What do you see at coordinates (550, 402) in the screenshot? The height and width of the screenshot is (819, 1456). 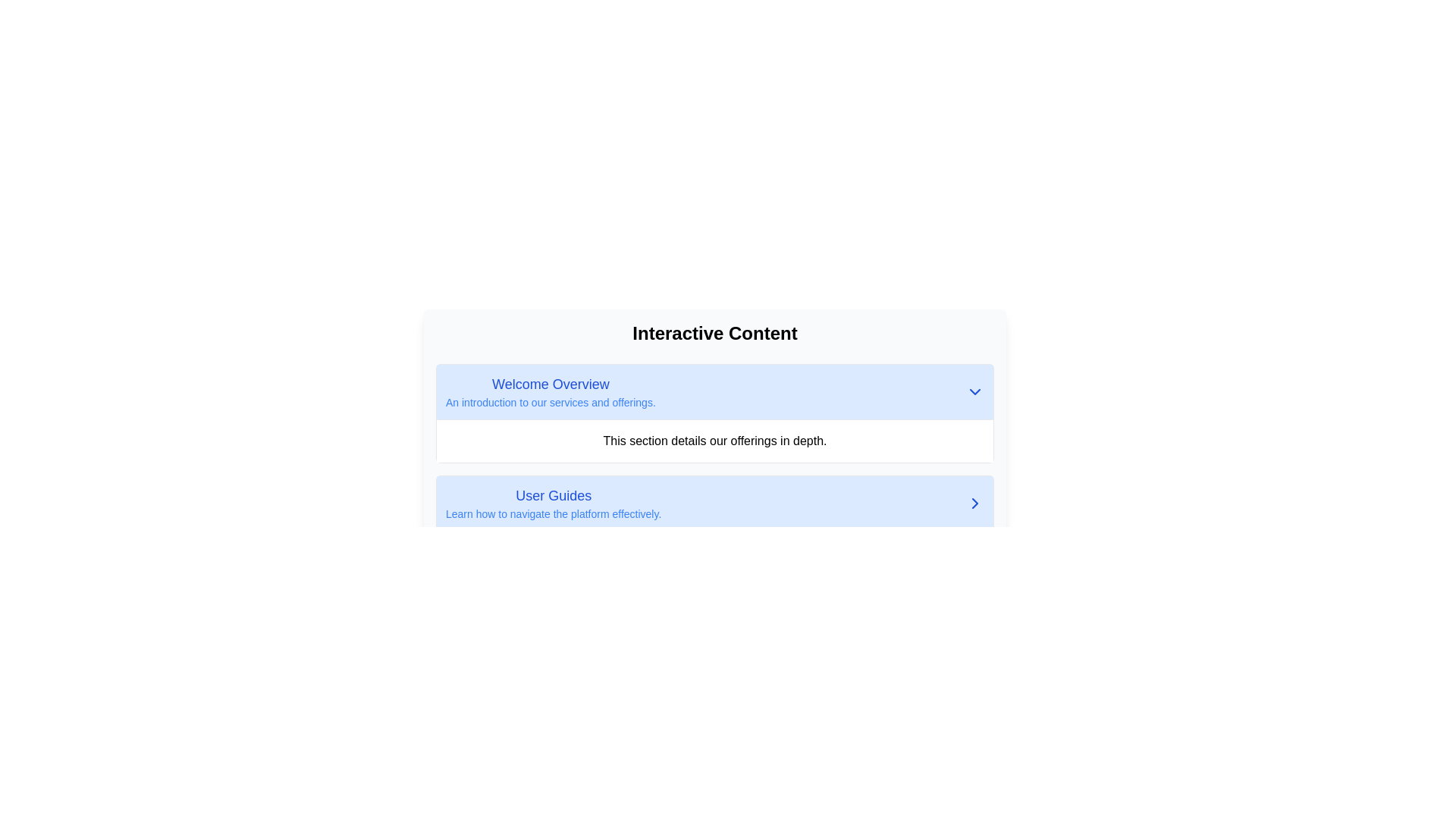 I see `the informational text label that provides a contextual description related to the 'Welcome Overview' section, positioned below the larger 'Welcome Overview' text` at bounding box center [550, 402].